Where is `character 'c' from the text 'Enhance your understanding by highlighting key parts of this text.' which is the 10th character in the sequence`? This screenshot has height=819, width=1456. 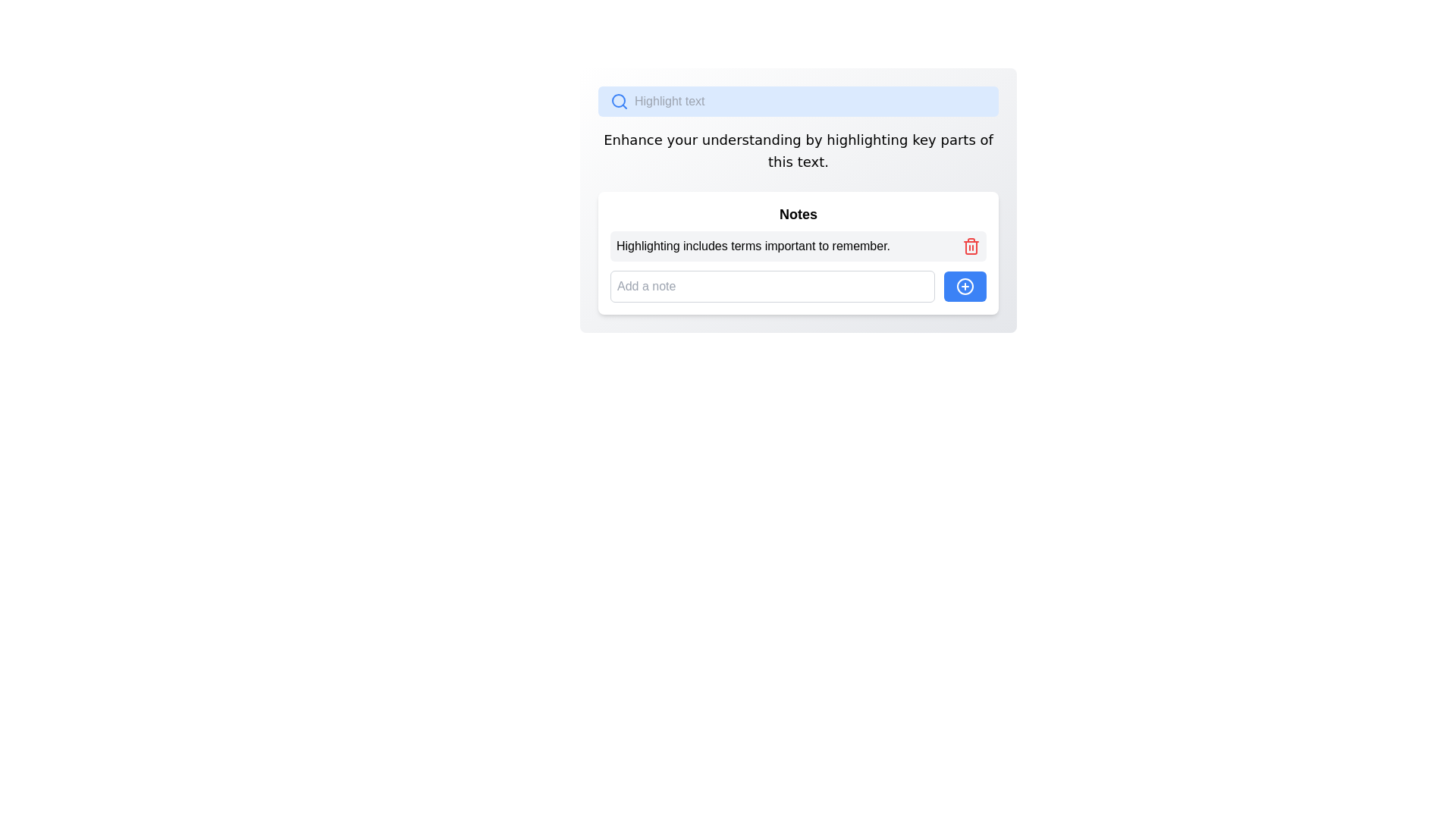 character 'c' from the text 'Enhance your understanding by highlighting key parts of this text.' which is the 10th character in the sequence is located at coordinates (650, 140).